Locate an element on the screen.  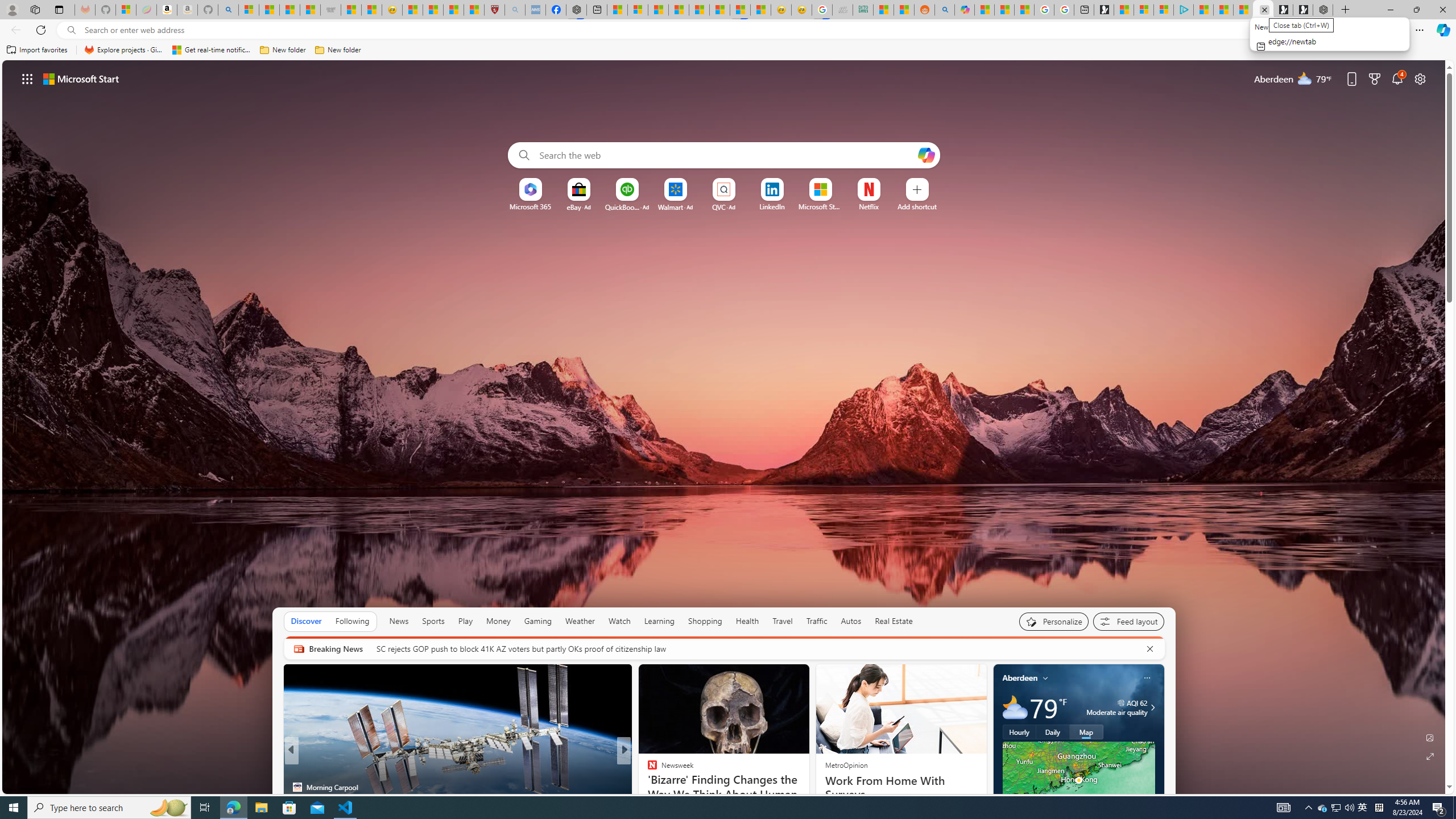
'MetroOpinion' is located at coordinates (846, 764).